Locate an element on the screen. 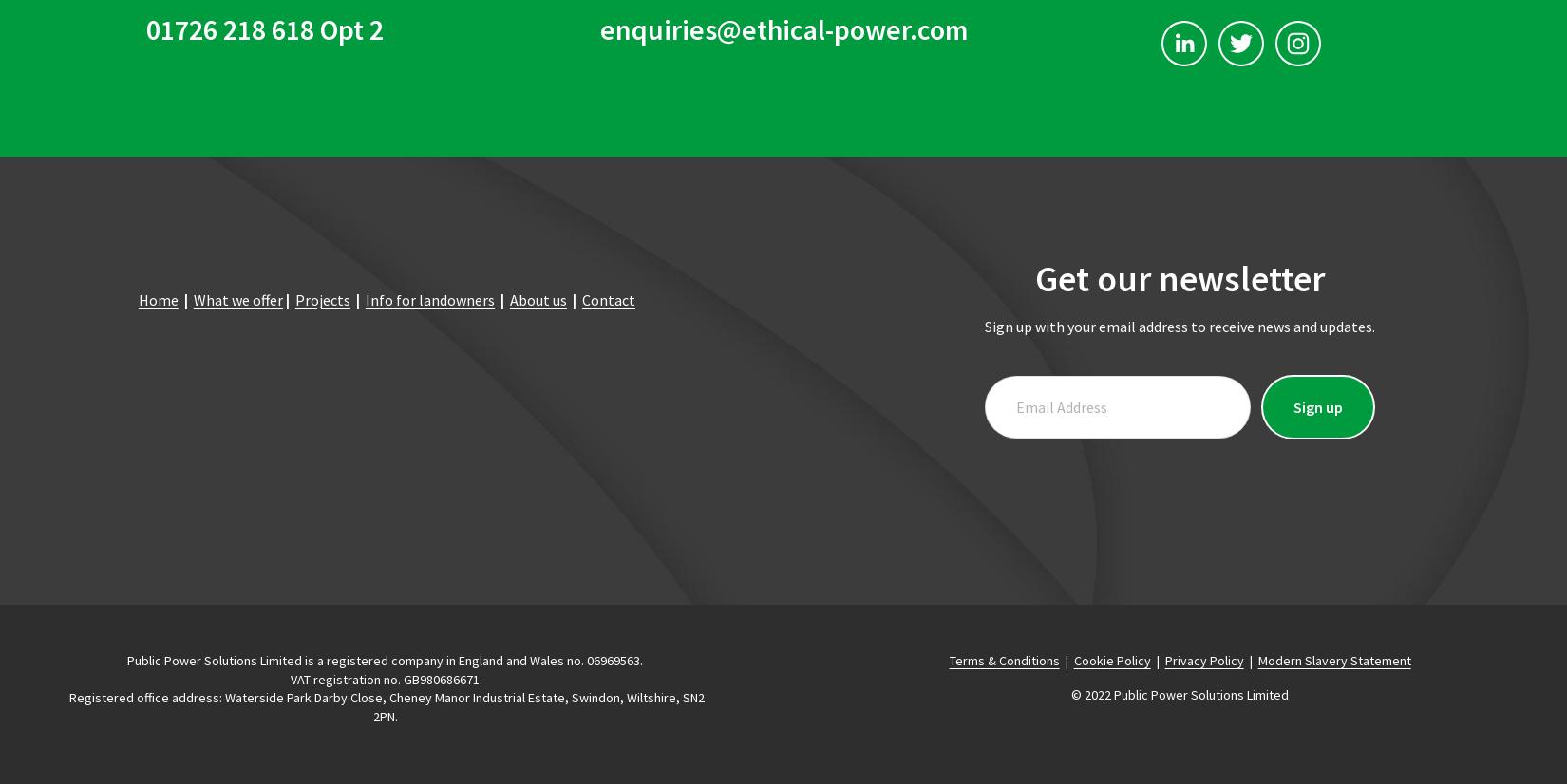 This screenshot has height=784, width=1567. '980686671' is located at coordinates (448, 678).